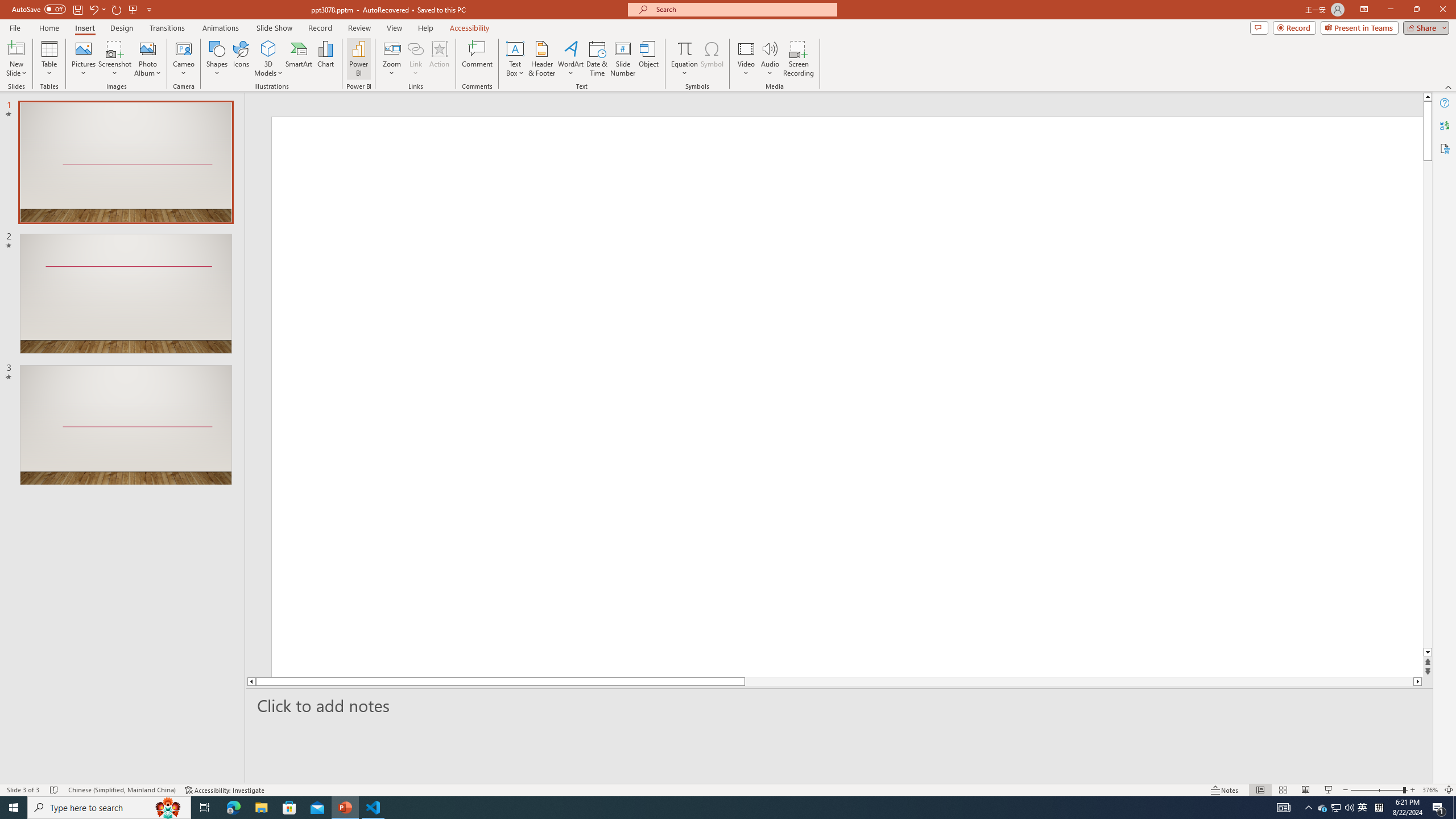  Describe the element at coordinates (268, 48) in the screenshot. I see `'3D Models'` at that location.